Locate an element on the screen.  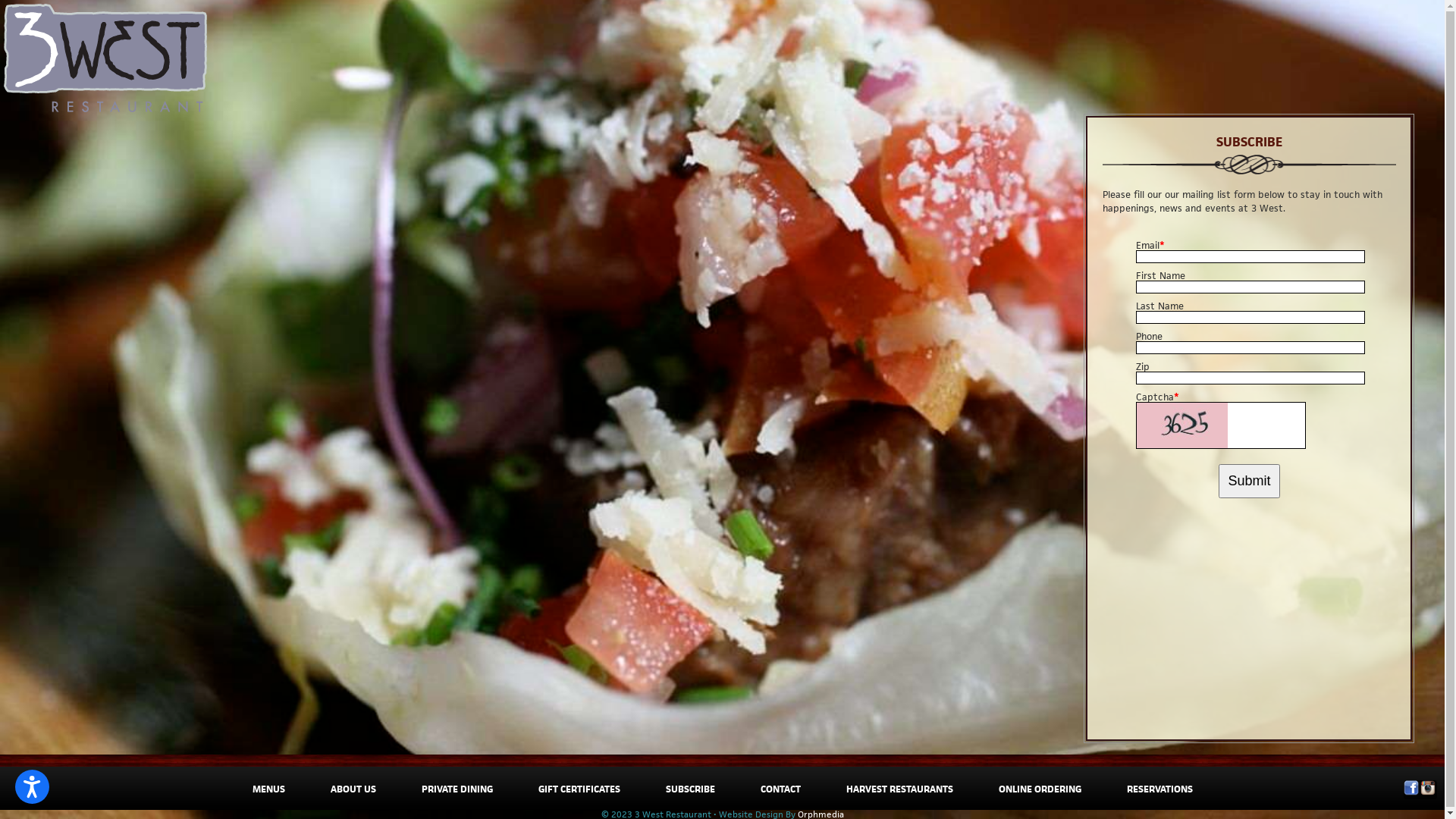
'ABOUT US' is located at coordinates (352, 788).